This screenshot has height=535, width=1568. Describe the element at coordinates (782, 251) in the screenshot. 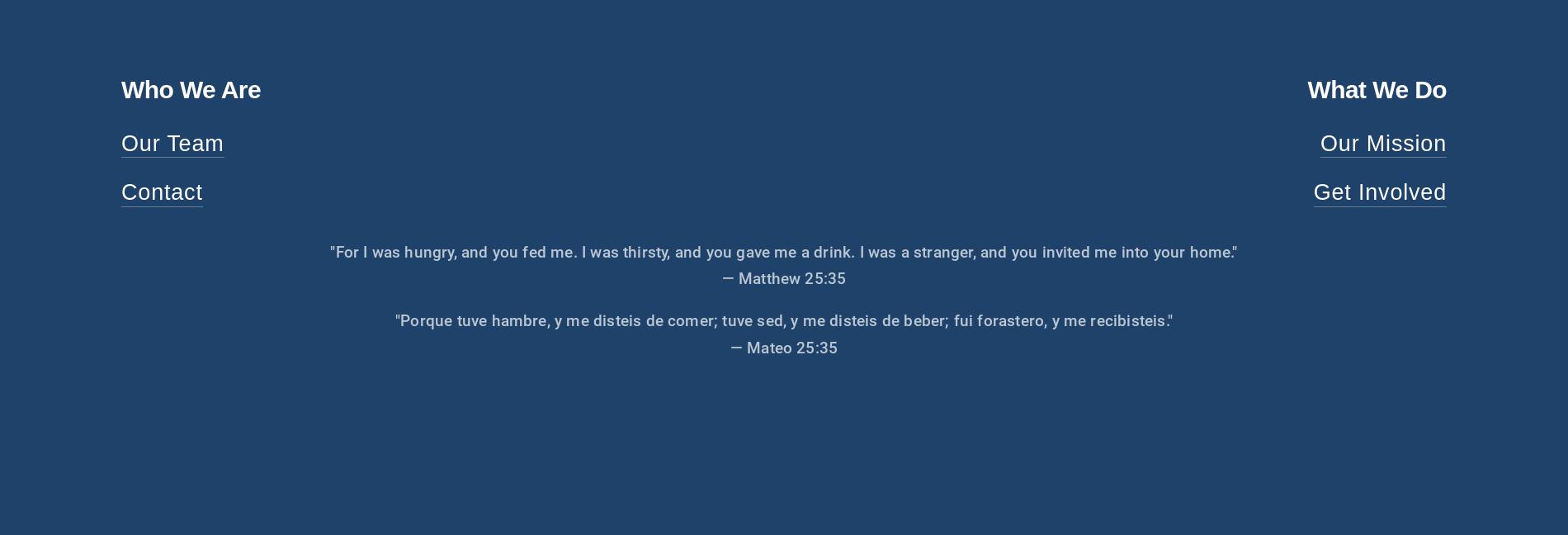

I see `'"For I was hungry, and you fed me. I was thirsty, and you gave me a drink. I was a stranger, and you invited me into your home."'` at that location.